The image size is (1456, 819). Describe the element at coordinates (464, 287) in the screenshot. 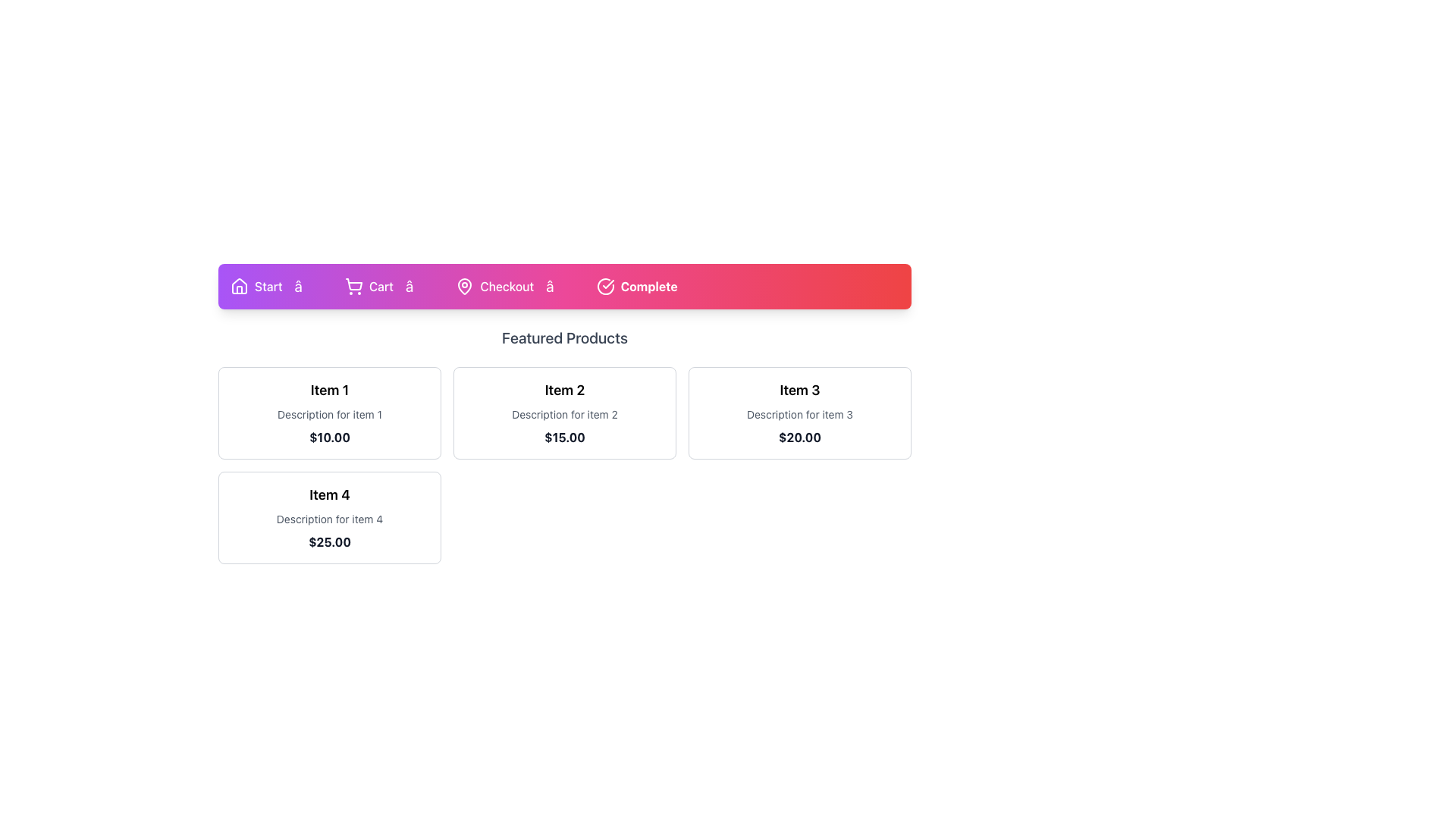

I see `the location-related icon in the navigation bar next to the 'Checkout' text` at that location.